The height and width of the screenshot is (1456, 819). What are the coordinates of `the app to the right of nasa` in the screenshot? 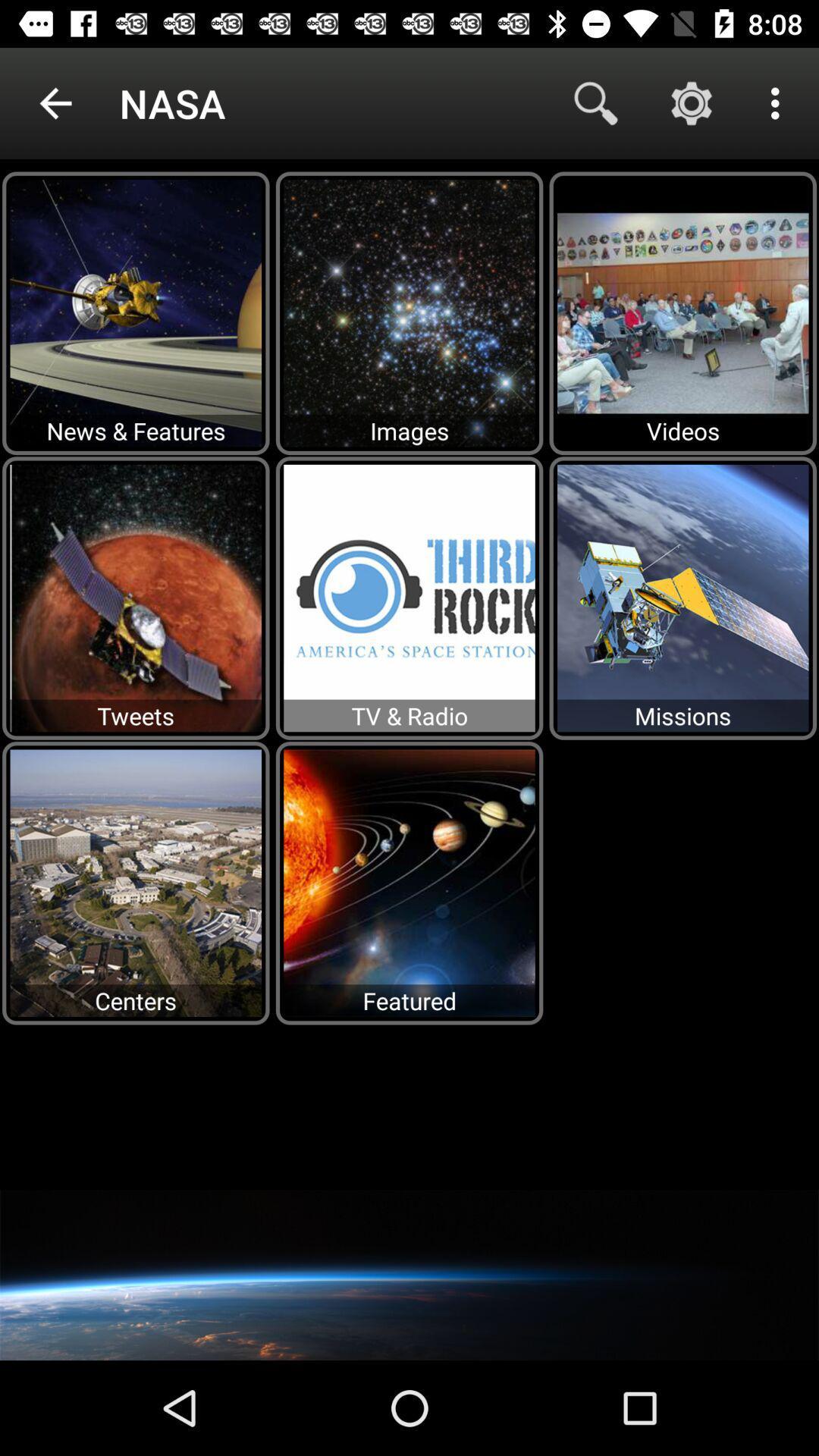 It's located at (595, 102).